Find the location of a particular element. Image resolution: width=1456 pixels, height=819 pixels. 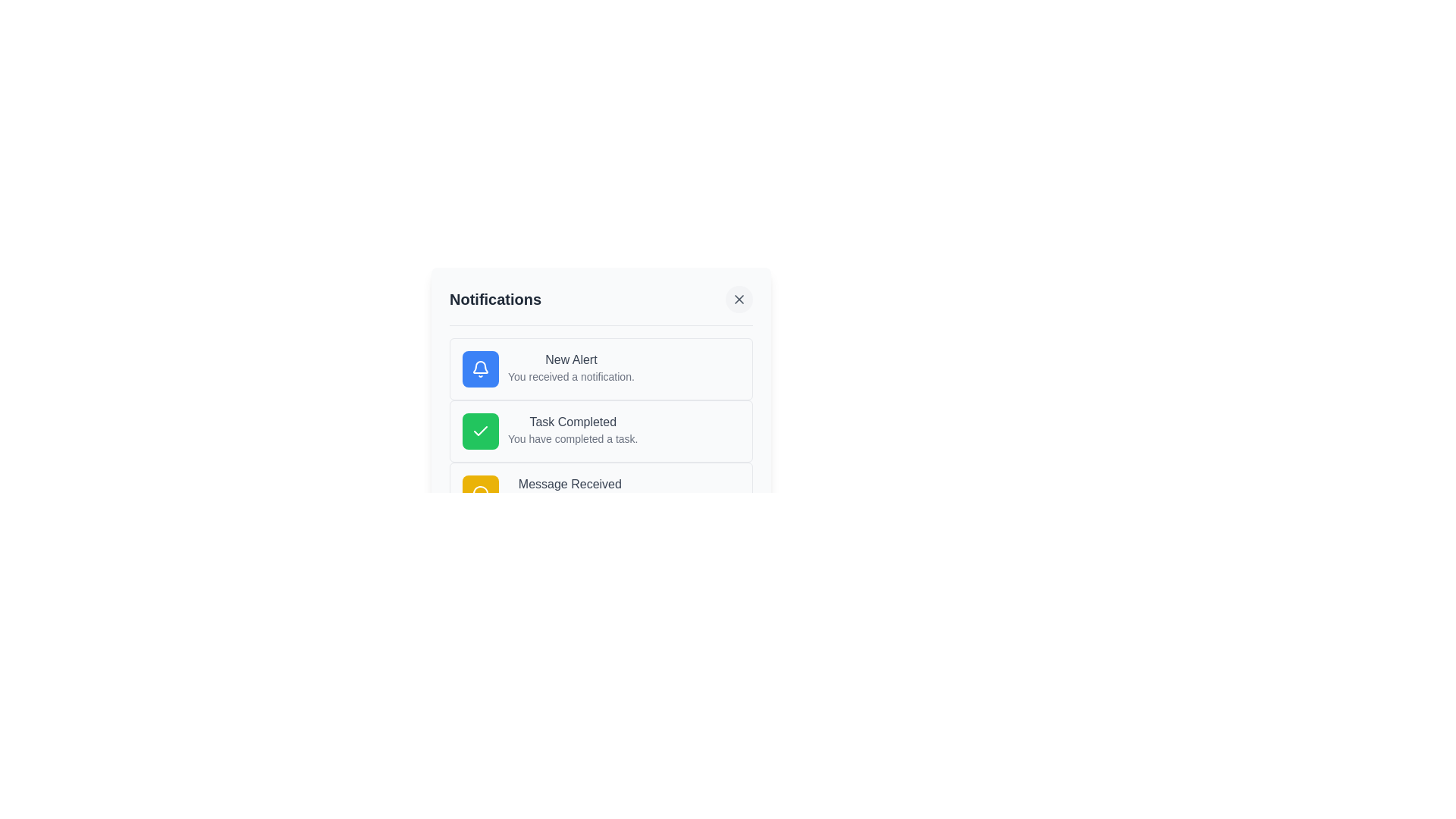

the Notification card that informs the user about the successful completion of a task, which is centrally aligned within the notification box is located at coordinates (600, 431).